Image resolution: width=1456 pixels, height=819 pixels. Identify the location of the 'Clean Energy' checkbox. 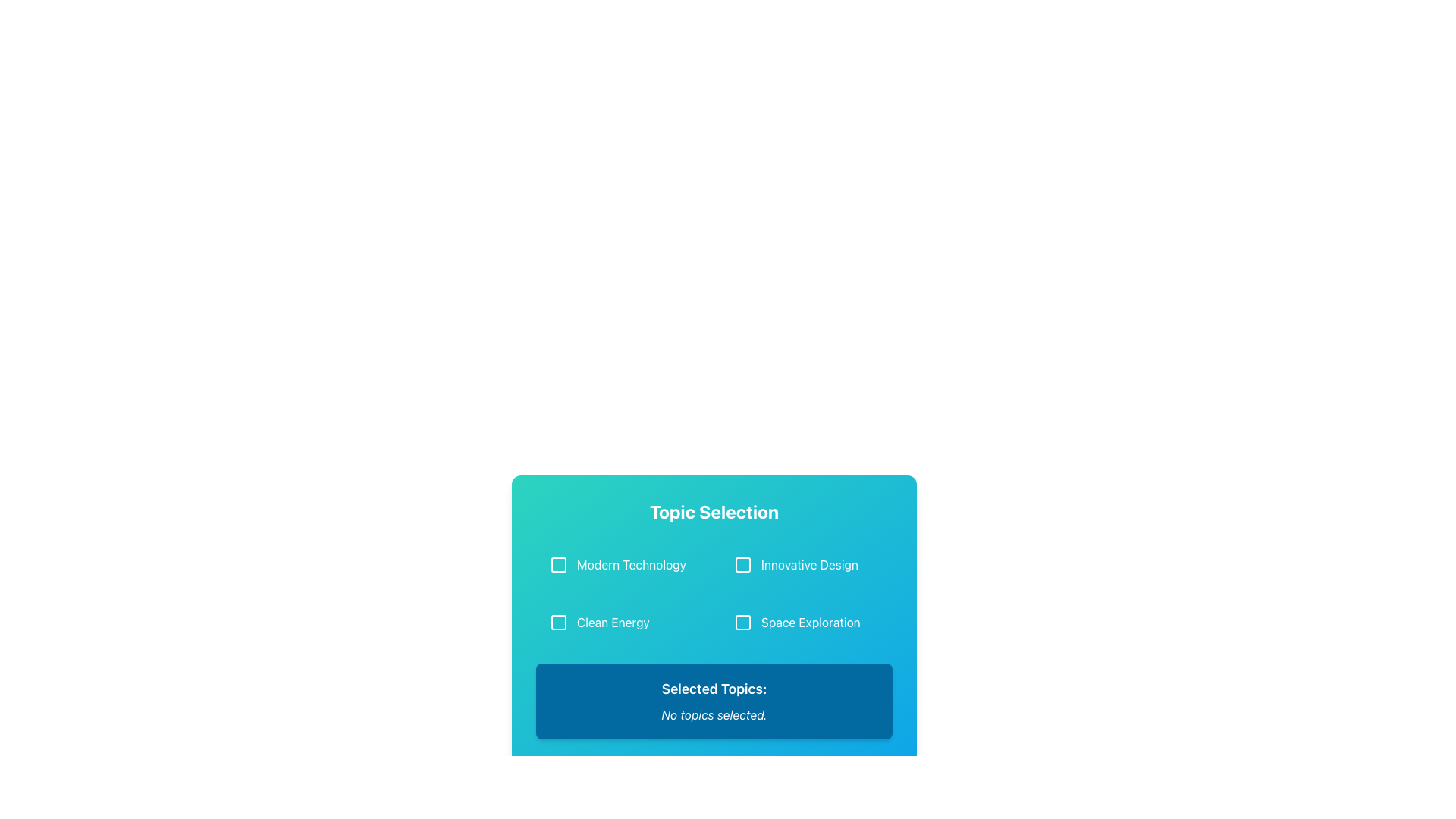
(558, 623).